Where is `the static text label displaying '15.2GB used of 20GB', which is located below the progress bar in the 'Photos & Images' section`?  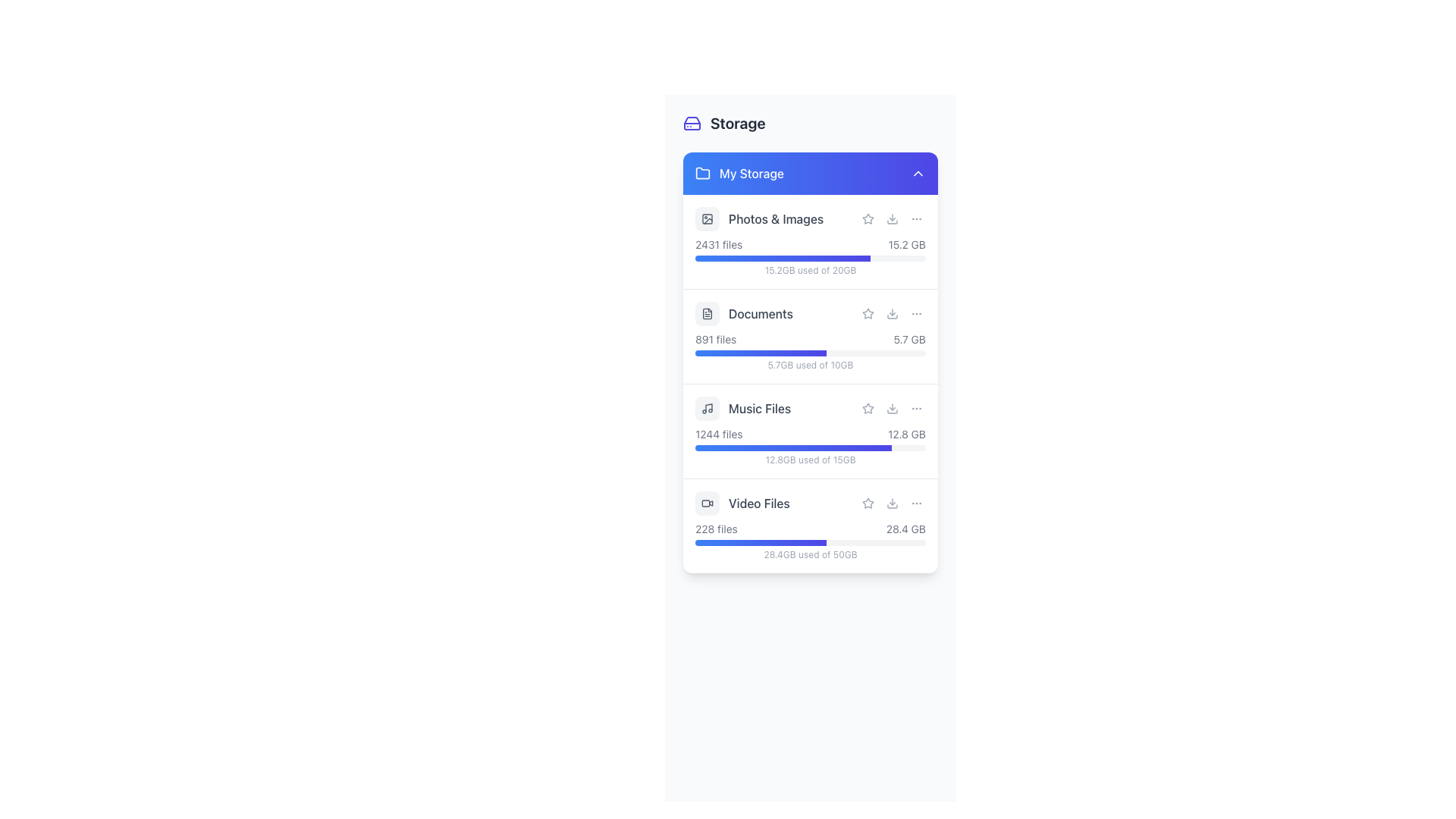
the static text label displaying '15.2GB used of 20GB', which is located below the progress bar in the 'Photos & Images' section is located at coordinates (810, 270).